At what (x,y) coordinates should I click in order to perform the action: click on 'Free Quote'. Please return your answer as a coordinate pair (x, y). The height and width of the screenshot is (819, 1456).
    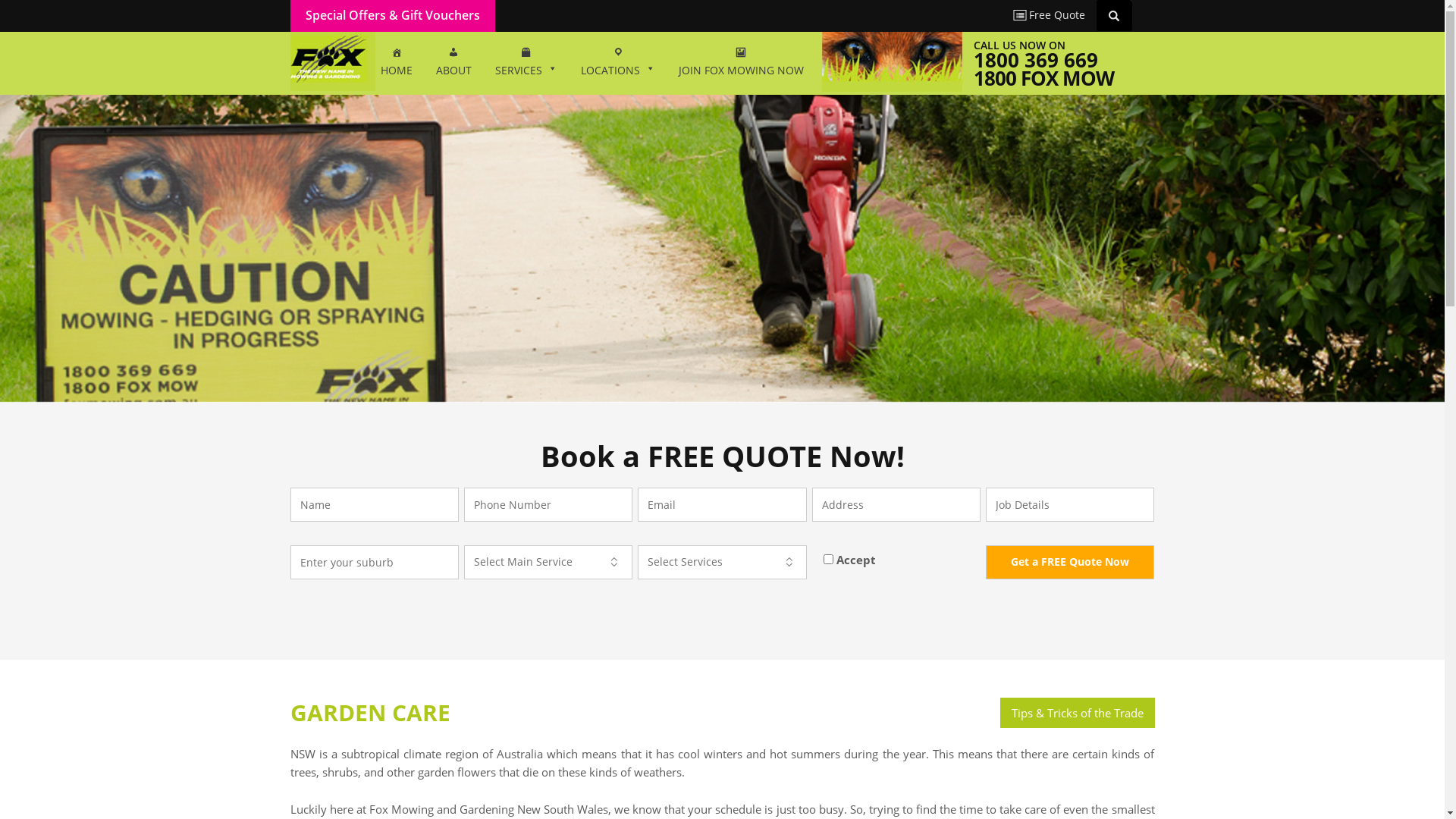
    Looking at the image, I should click on (1050, 14).